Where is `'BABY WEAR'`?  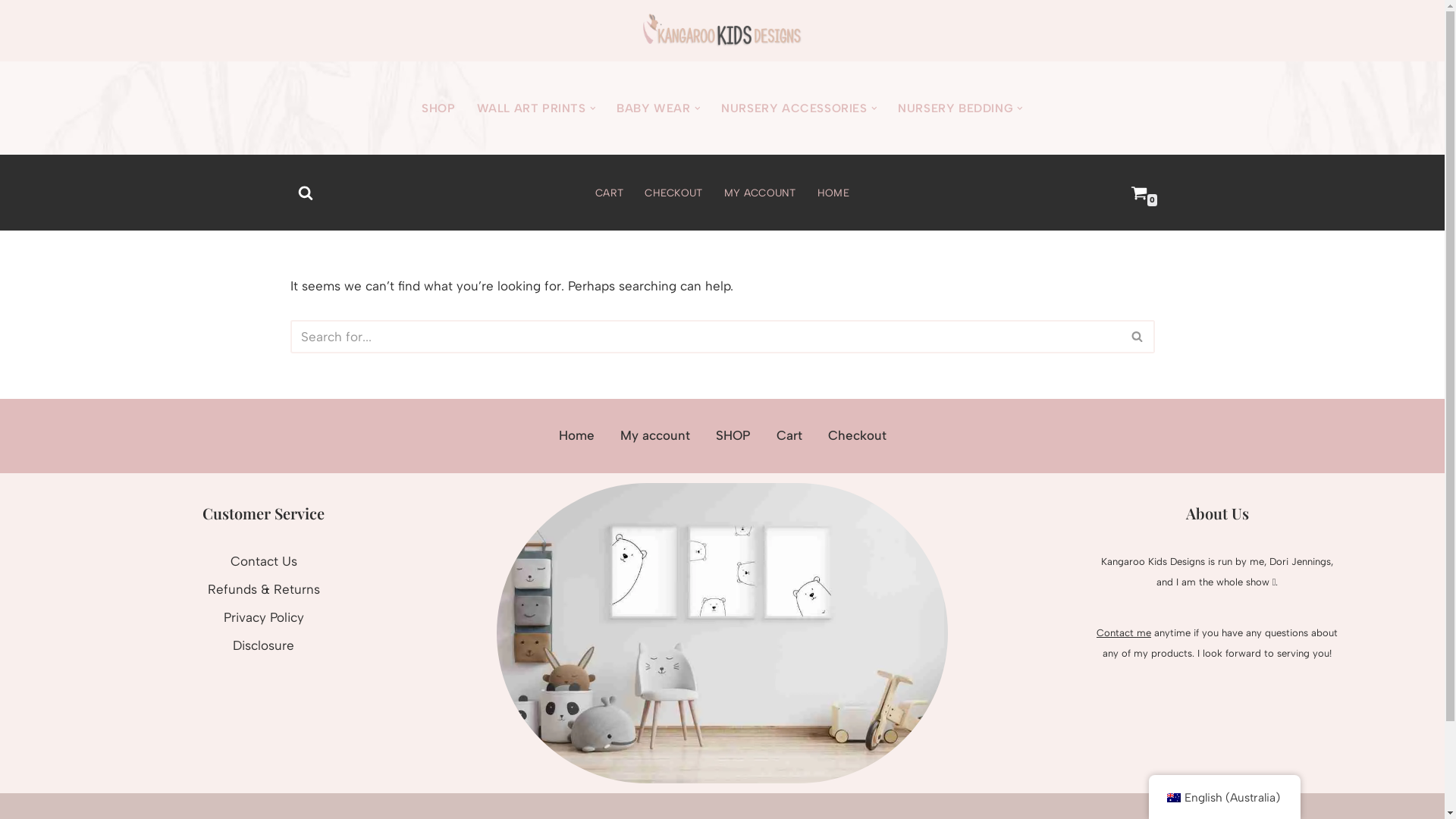 'BABY WEAR' is located at coordinates (653, 107).